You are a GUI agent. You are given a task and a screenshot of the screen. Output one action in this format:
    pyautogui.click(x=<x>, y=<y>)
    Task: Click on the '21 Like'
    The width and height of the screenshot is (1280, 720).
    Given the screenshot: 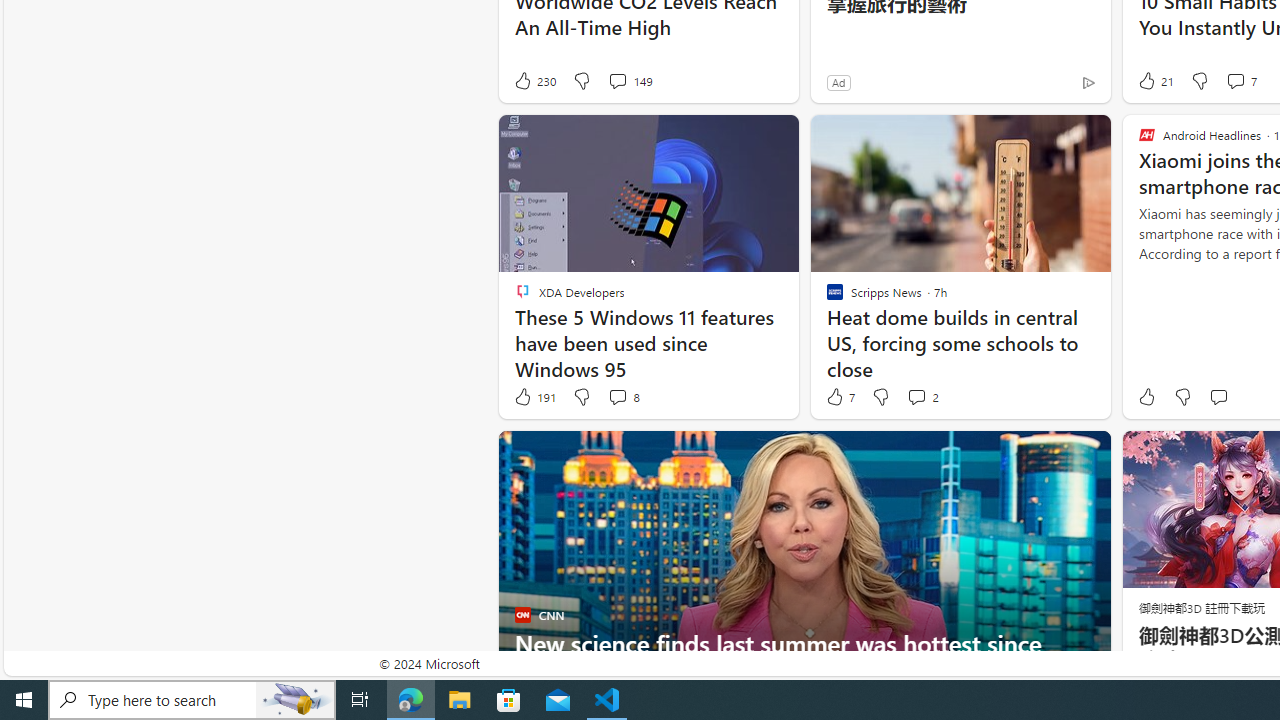 What is the action you would take?
    pyautogui.click(x=1154, y=80)
    